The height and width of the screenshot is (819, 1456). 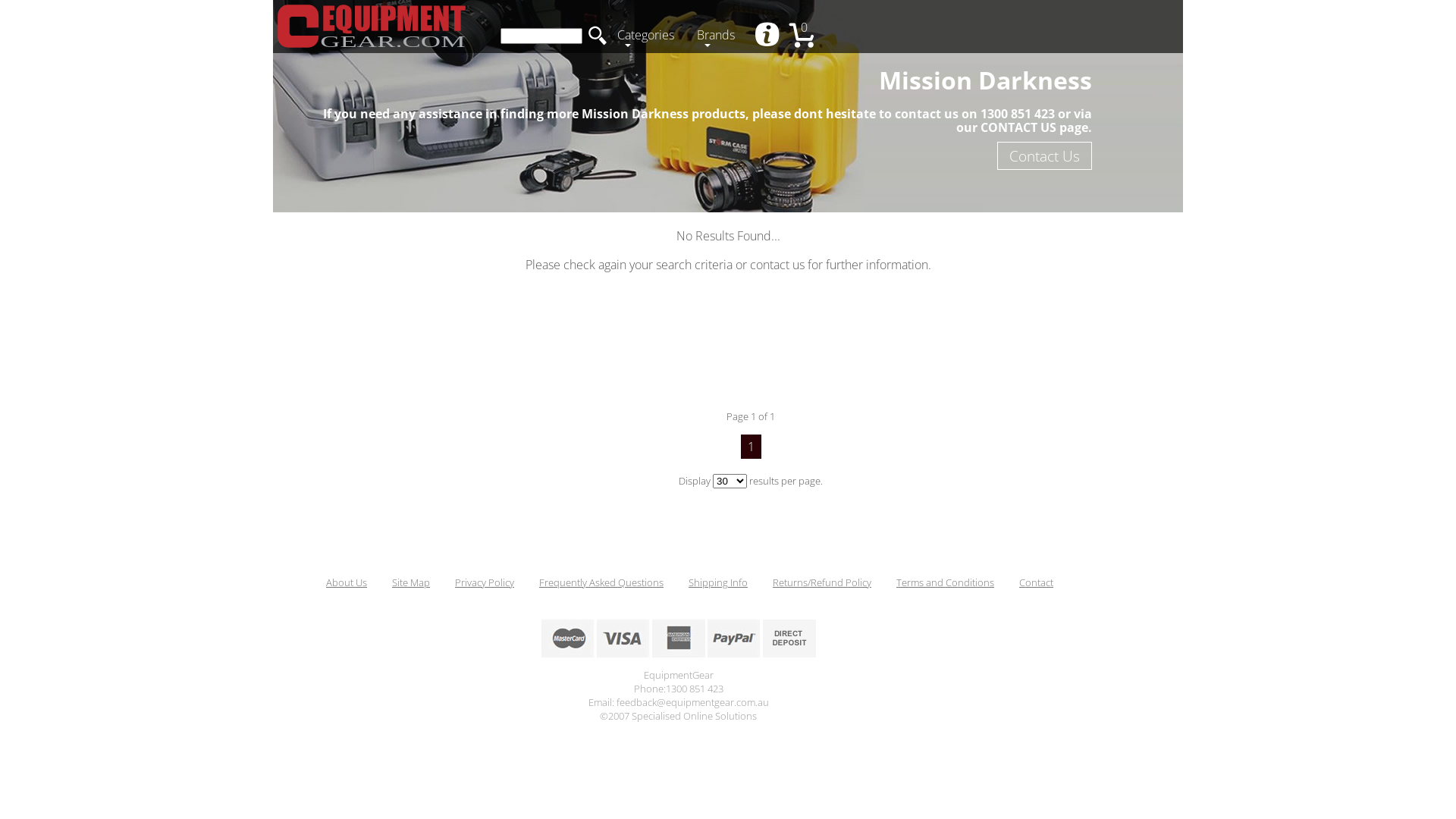 What do you see at coordinates (345, 581) in the screenshot?
I see `'About Us'` at bounding box center [345, 581].